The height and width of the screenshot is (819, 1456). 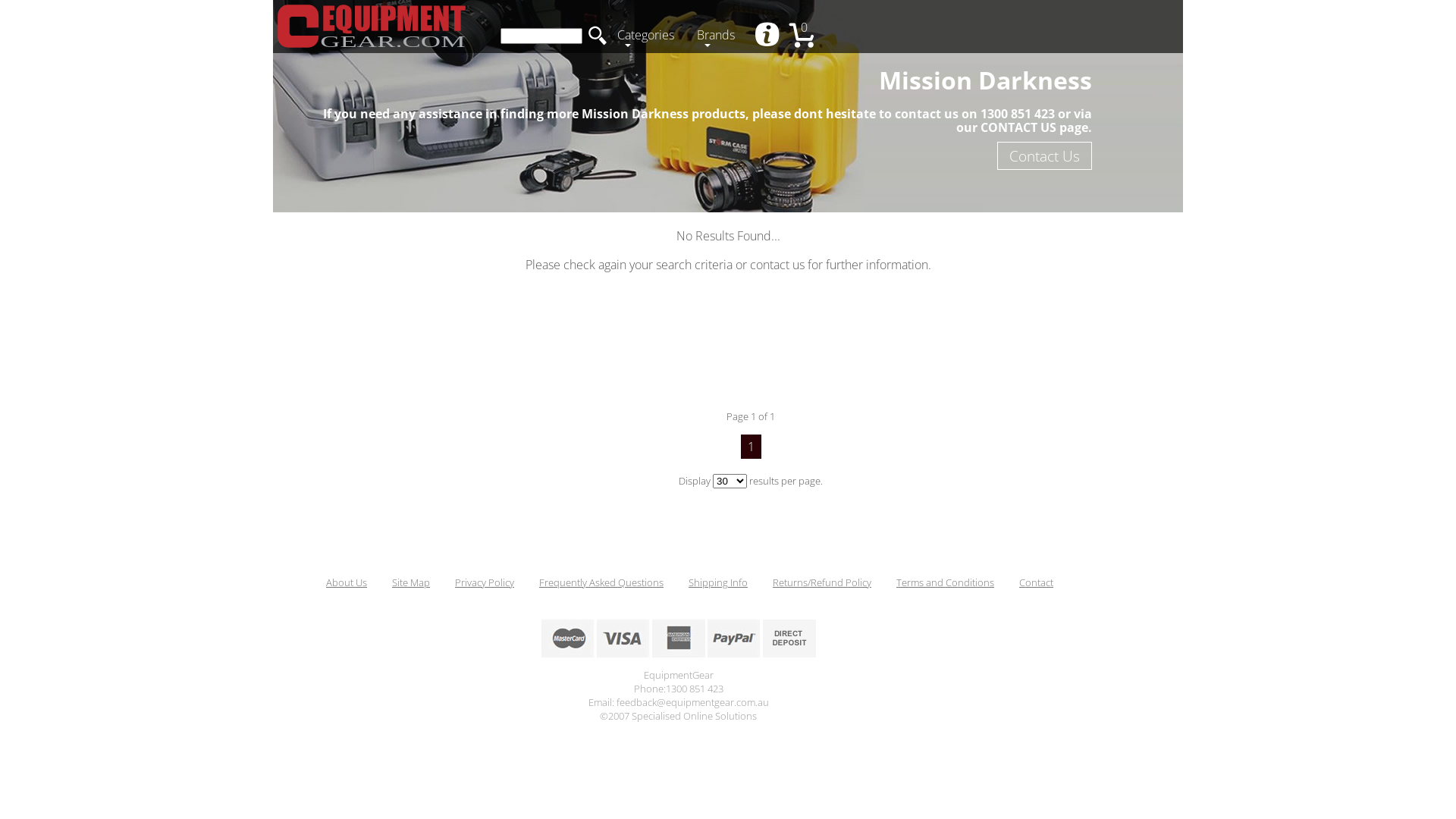 What do you see at coordinates (345, 581) in the screenshot?
I see `'About Us'` at bounding box center [345, 581].